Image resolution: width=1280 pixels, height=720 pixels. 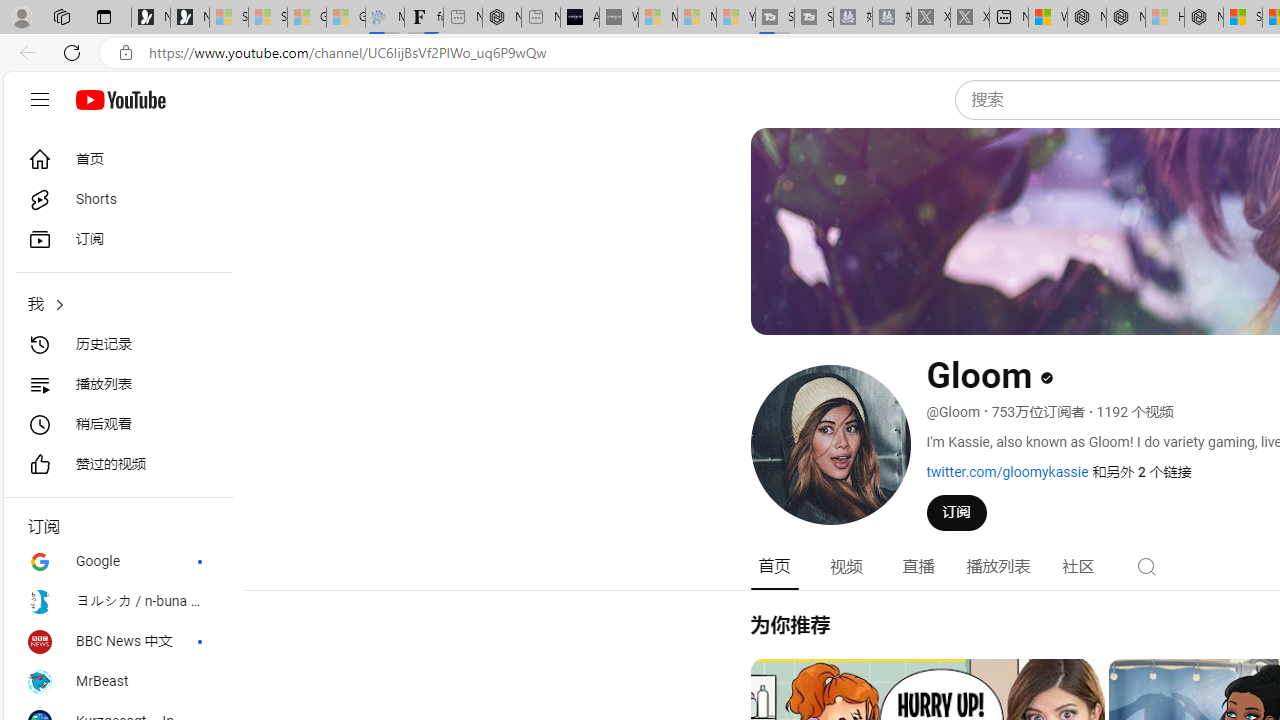 What do you see at coordinates (116, 680) in the screenshot?
I see `'MrBeast'` at bounding box center [116, 680].